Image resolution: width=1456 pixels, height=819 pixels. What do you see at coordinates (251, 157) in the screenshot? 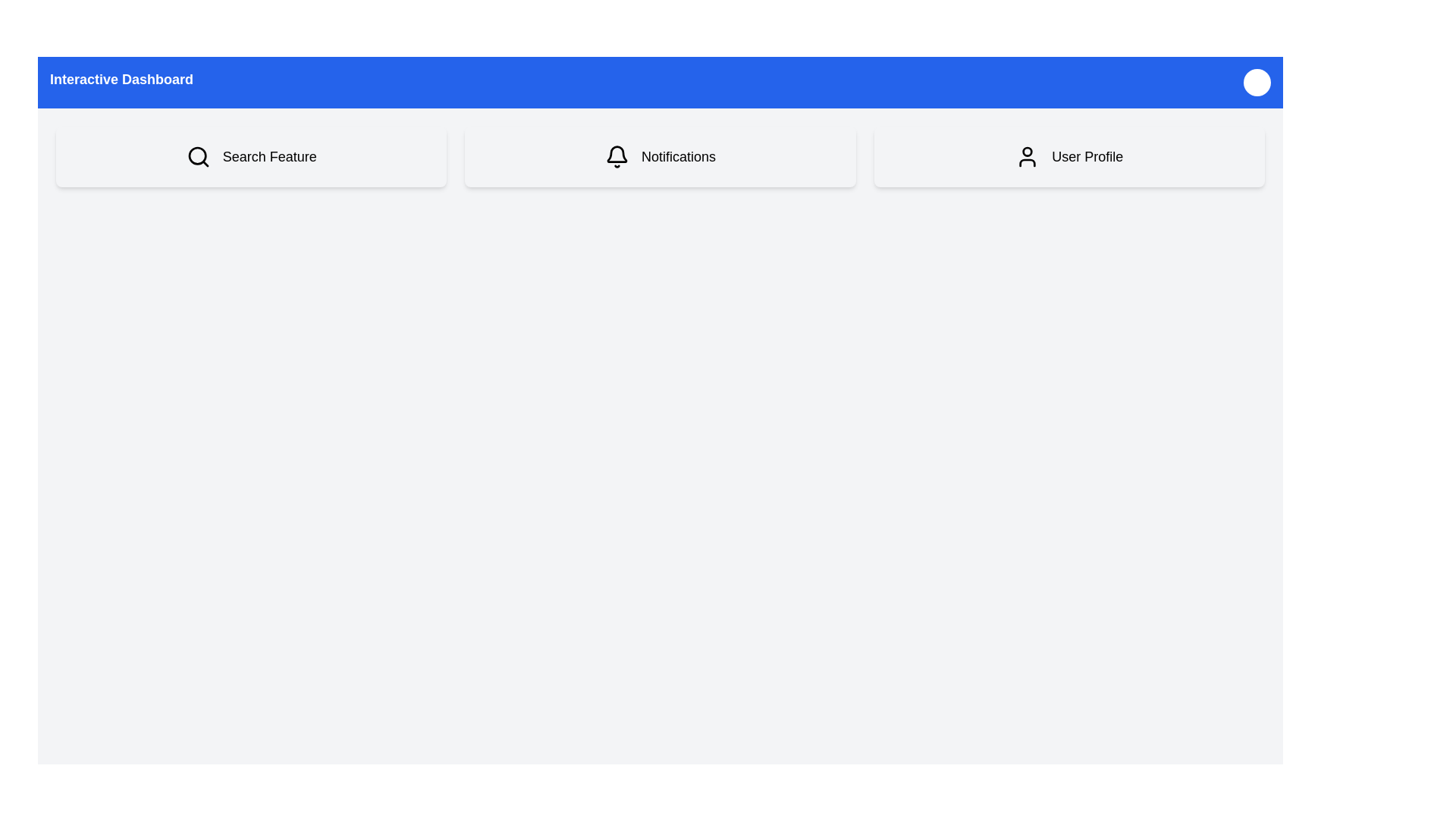
I see `the 'Search Feature' panel located at the top-left corner of the interface, below the blue header, and to the left of 'Notifications' and 'User Profile'` at bounding box center [251, 157].